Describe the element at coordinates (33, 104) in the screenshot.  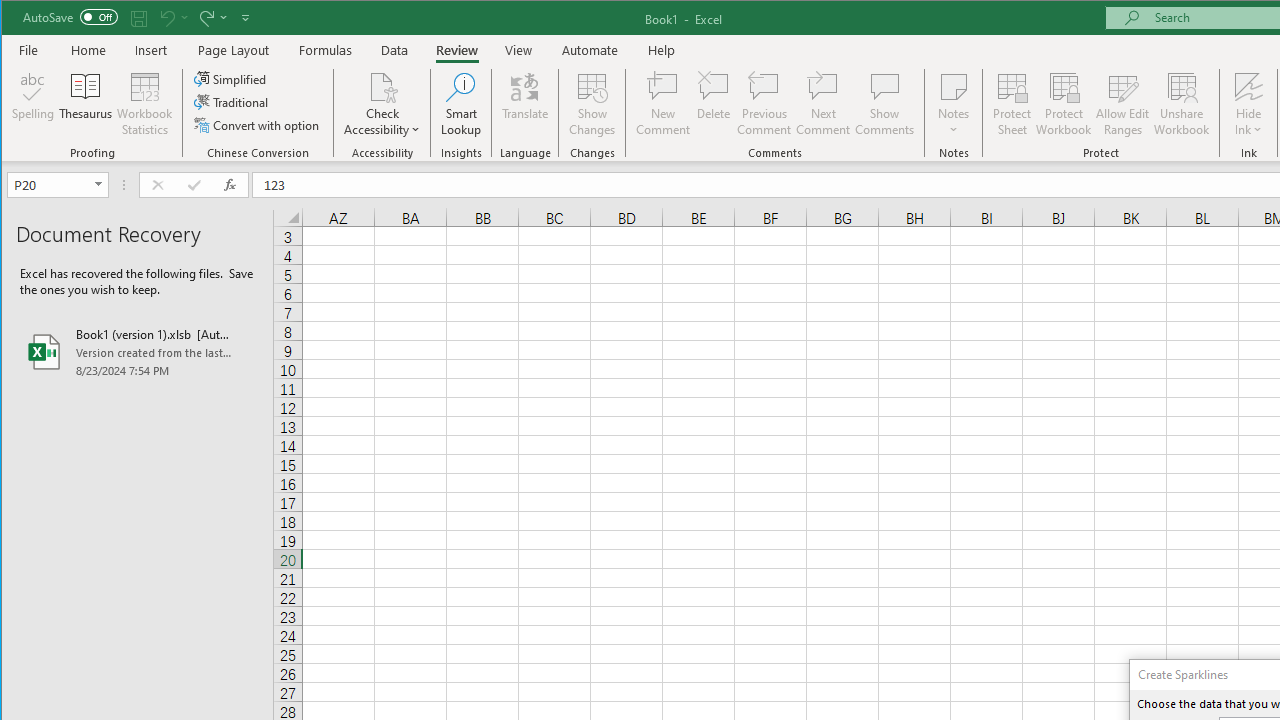
I see `'Spelling...'` at that location.